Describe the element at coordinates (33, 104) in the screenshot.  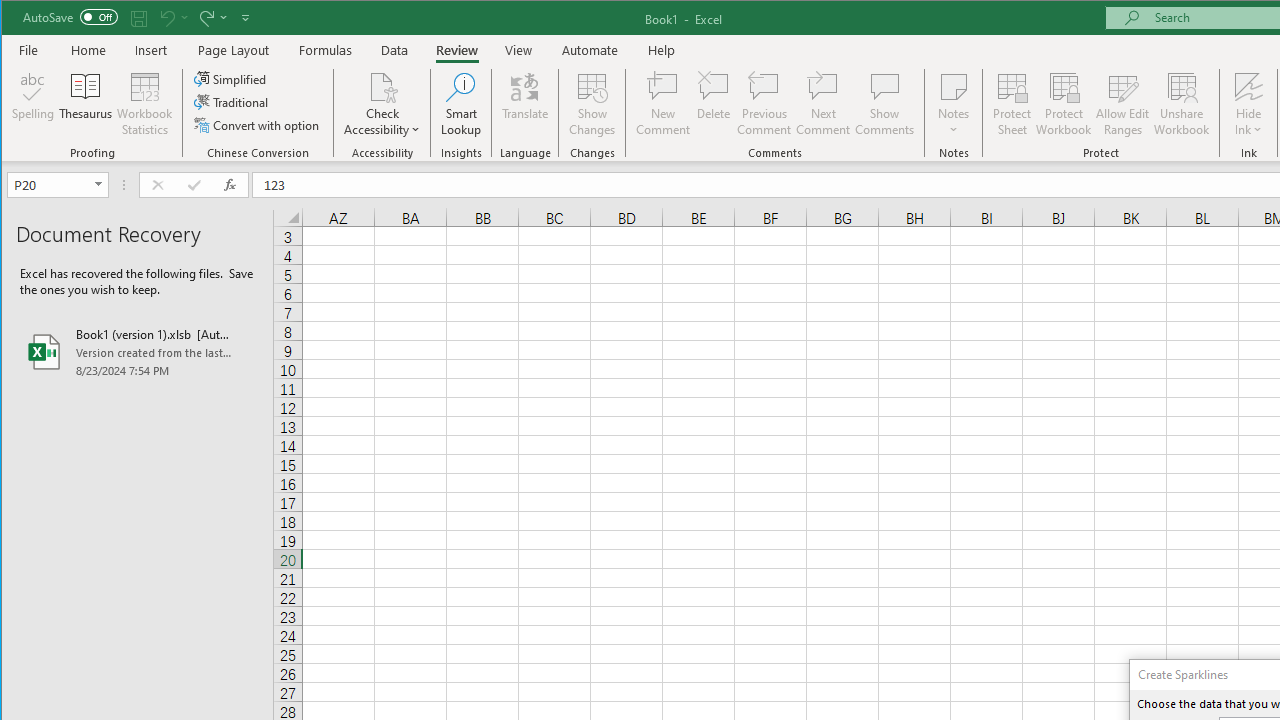
I see `'Spelling...'` at that location.